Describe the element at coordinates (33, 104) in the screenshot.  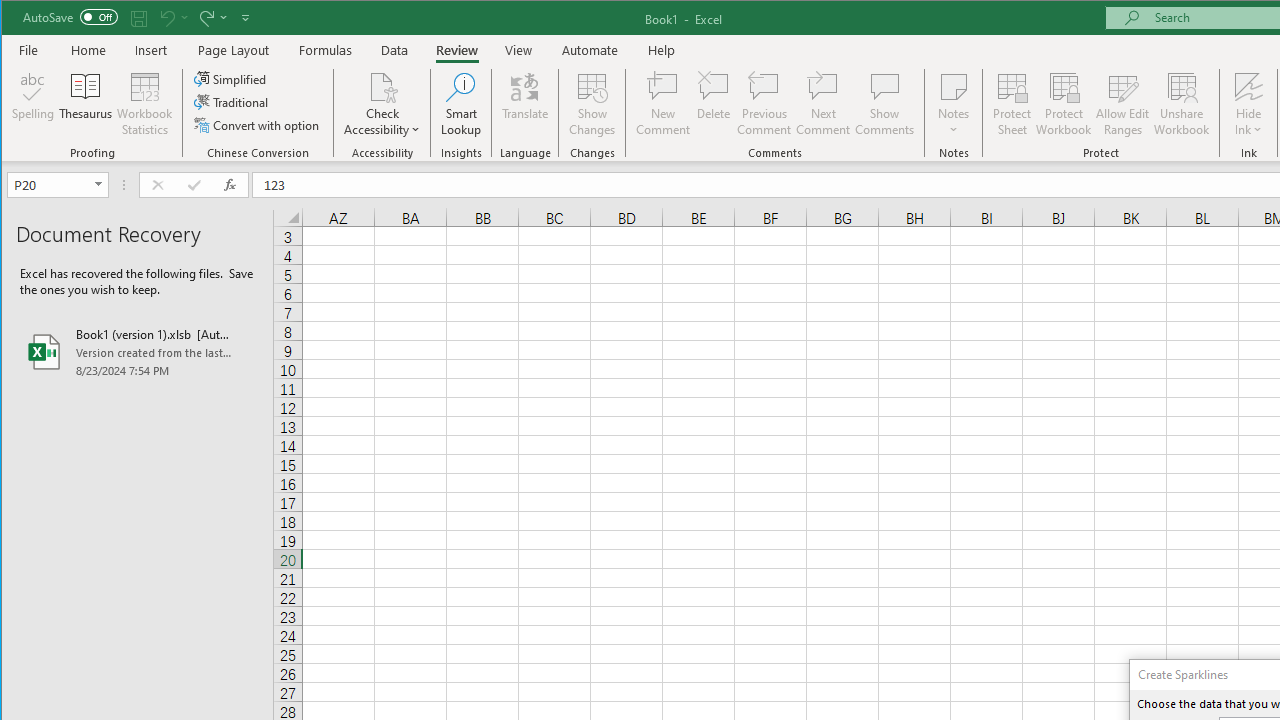
I see `'Spelling...'` at that location.